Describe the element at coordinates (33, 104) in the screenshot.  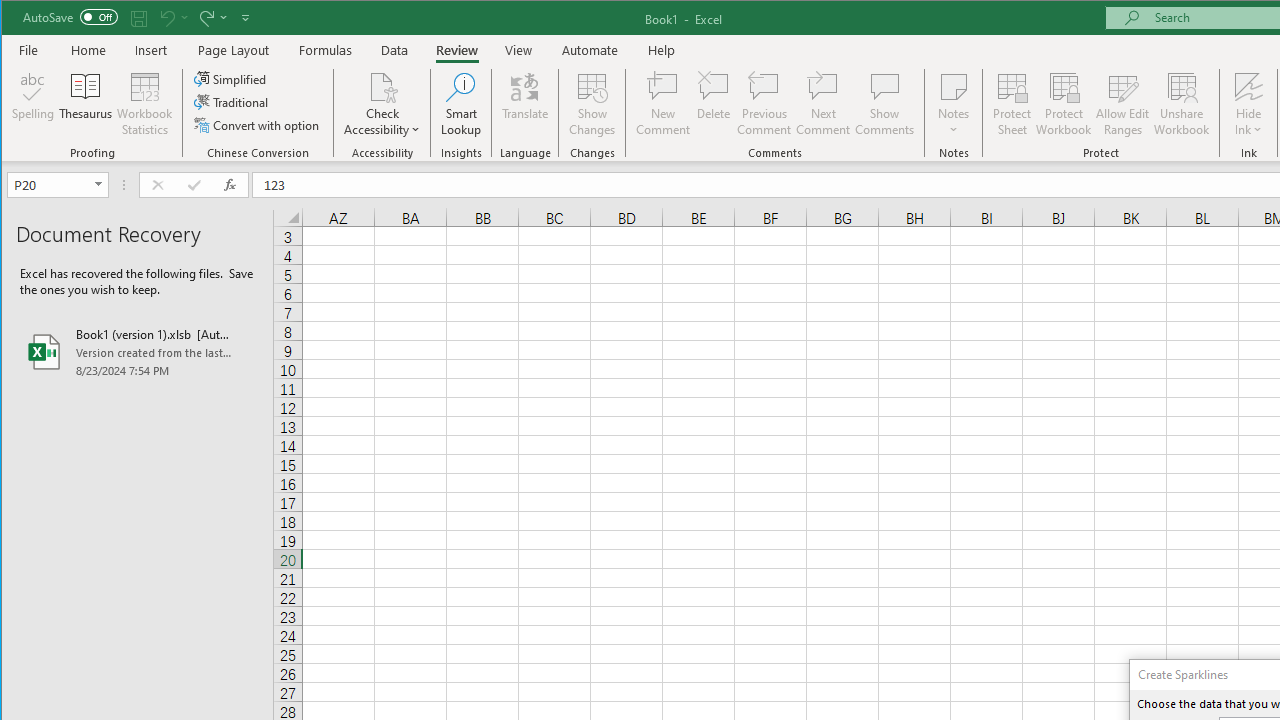
I see `'Spelling...'` at that location.